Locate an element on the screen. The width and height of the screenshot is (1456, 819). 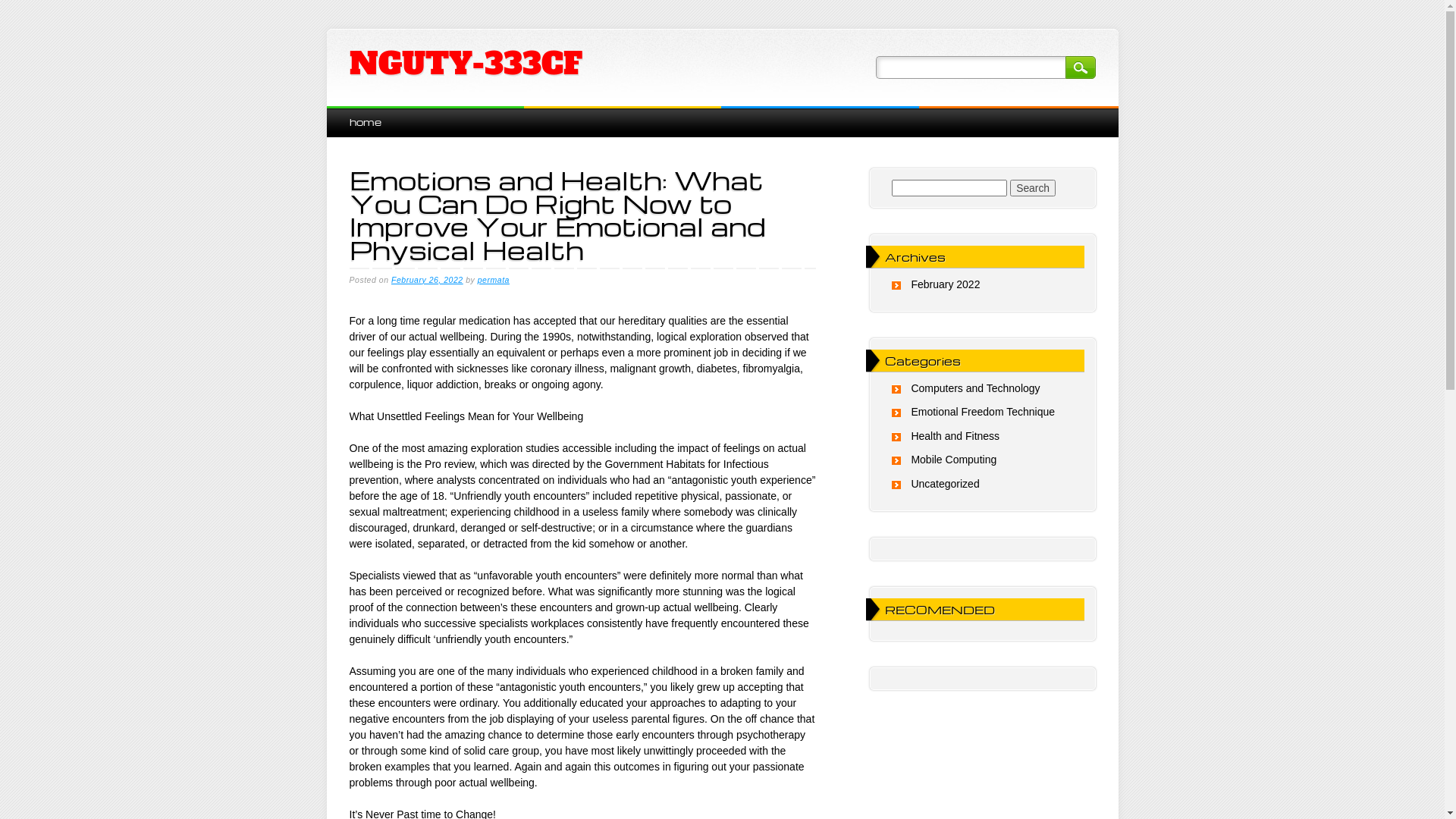
'Search' is located at coordinates (1079, 66).